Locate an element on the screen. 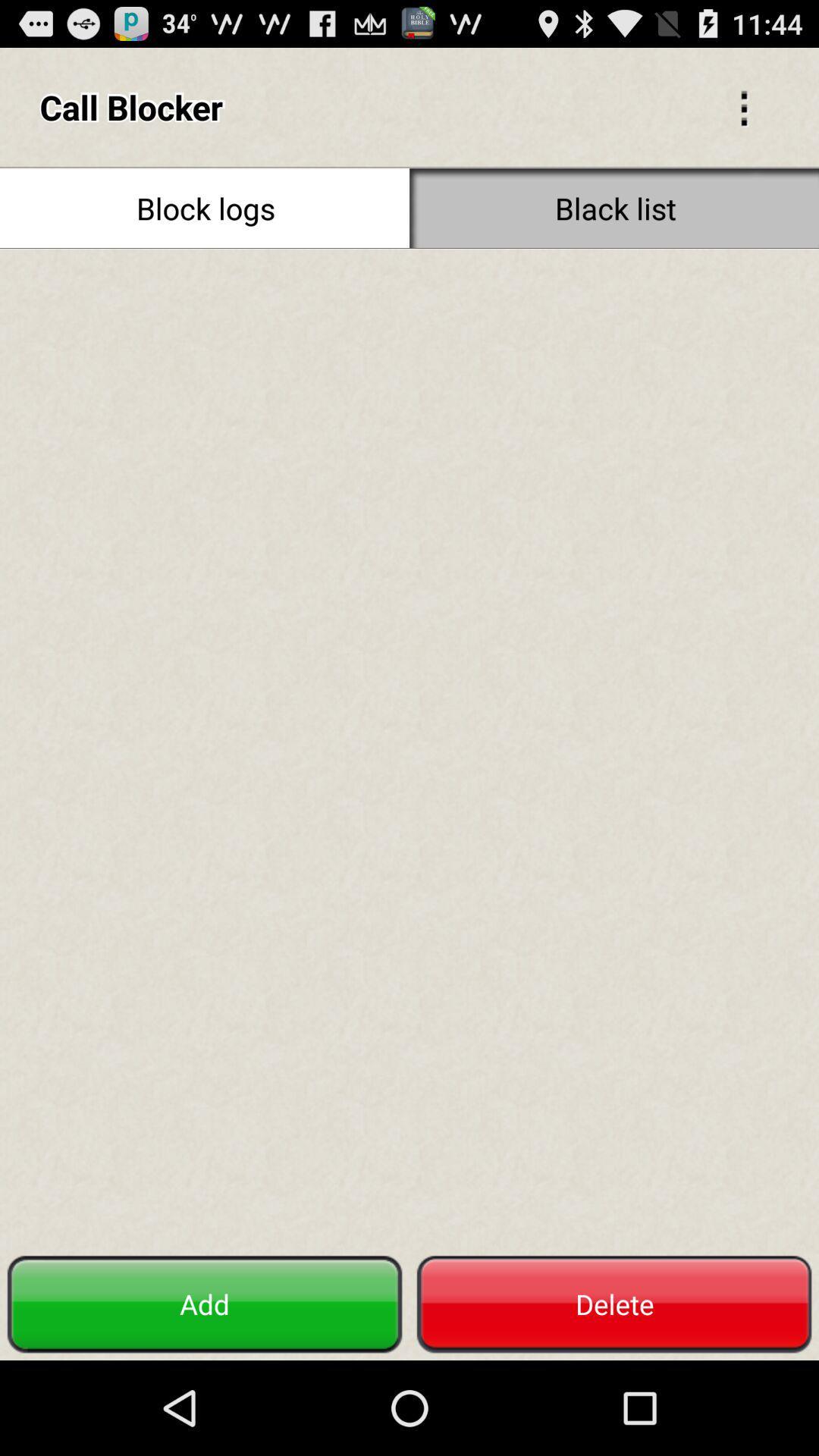  block logs button is located at coordinates (205, 207).